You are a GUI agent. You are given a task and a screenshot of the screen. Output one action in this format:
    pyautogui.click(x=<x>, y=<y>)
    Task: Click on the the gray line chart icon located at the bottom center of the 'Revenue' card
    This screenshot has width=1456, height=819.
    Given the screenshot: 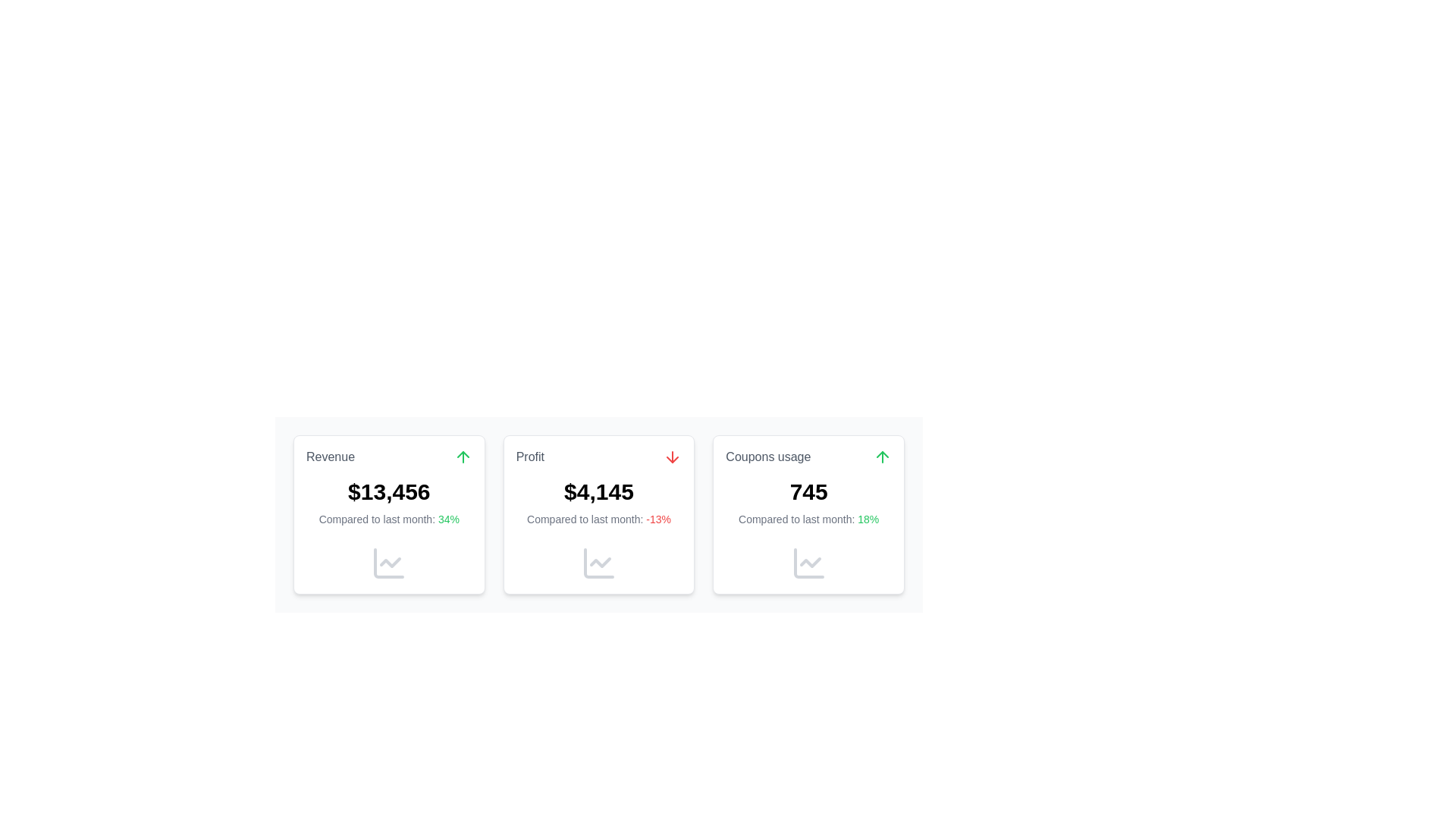 What is the action you would take?
    pyautogui.click(x=389, y=563)
    